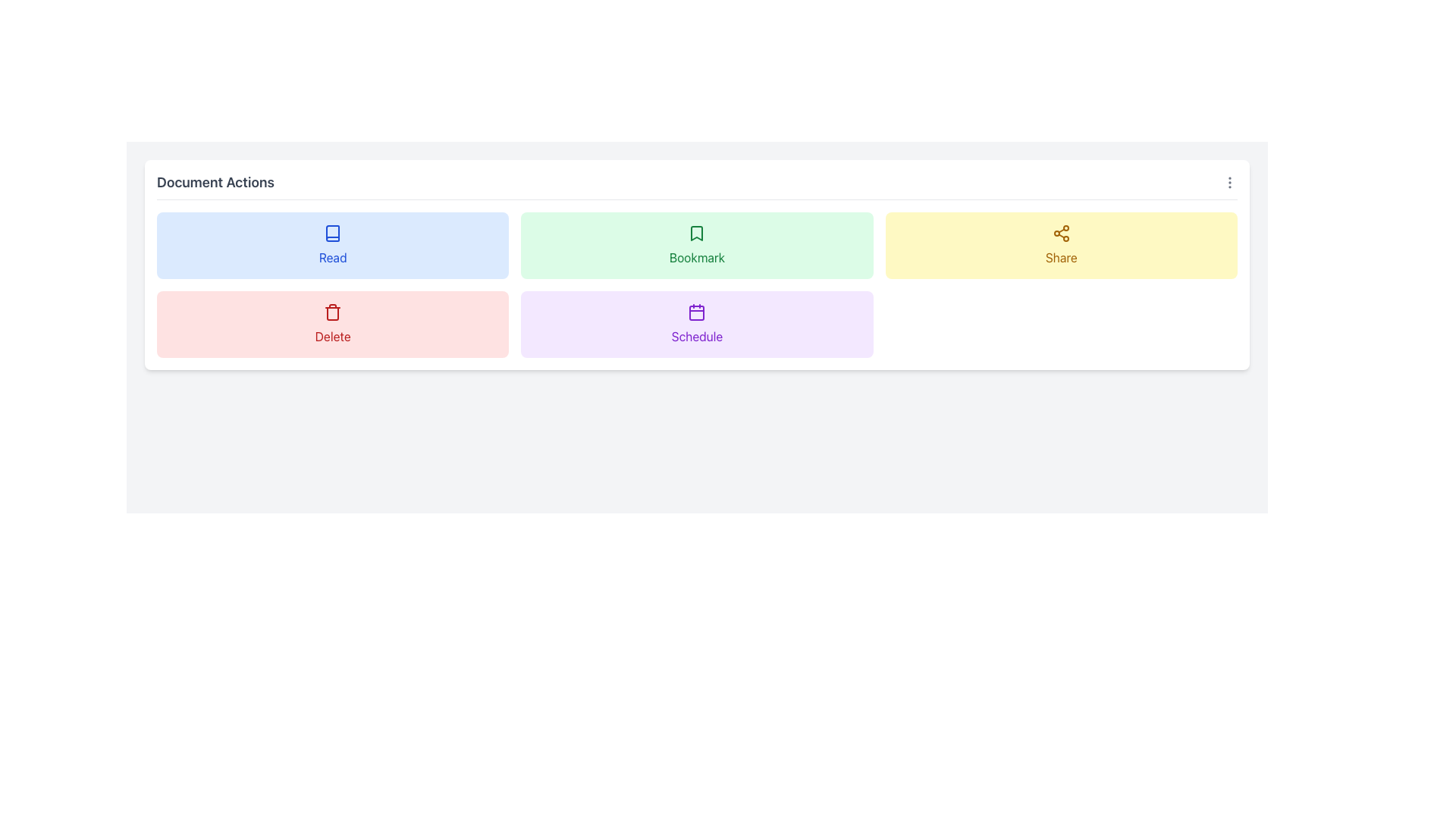 This screenshot has height=819, width=1456. What do you see at coordinates (696, 324) in the screenshot?
I see `the 'Schedule' button, which is a light purple rectangular button with rounded corners, containing a calendar icon and located in the center column of the second row in the grid layout` at bounding box center [696, 324].